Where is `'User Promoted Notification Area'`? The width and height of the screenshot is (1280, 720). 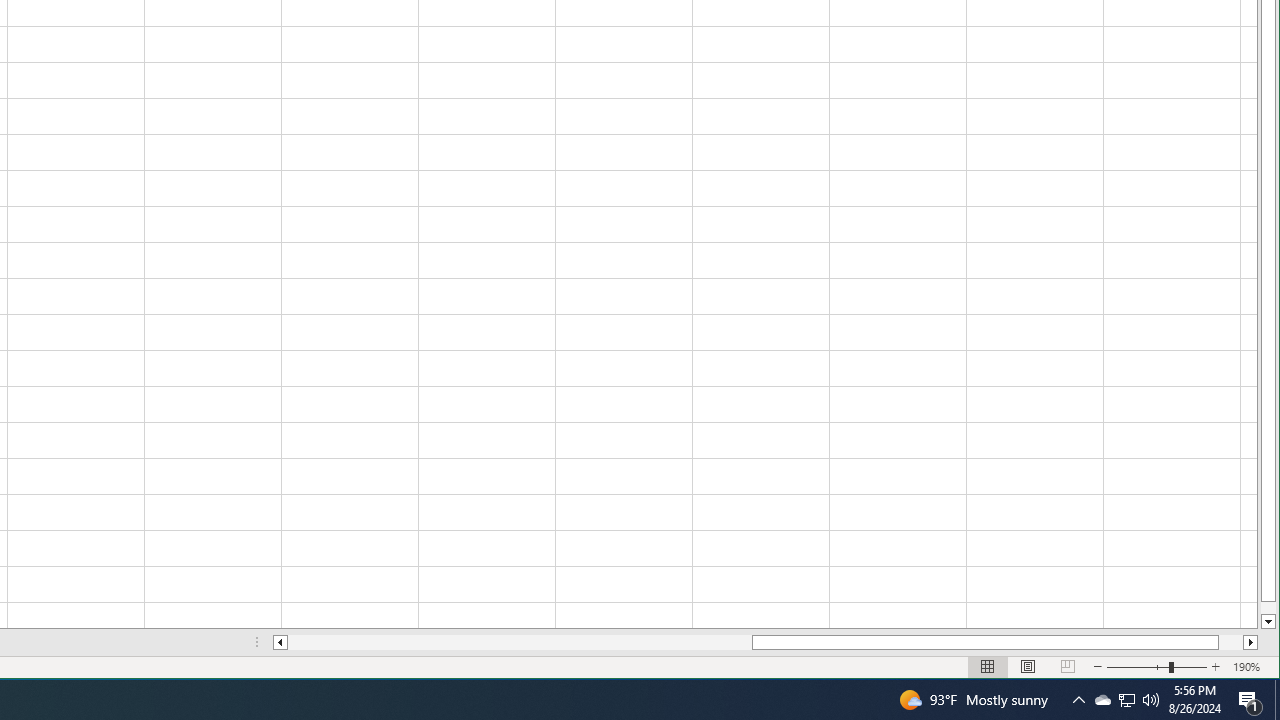 'User Promoted Notification Area' is located at coordinates (1101, 698).